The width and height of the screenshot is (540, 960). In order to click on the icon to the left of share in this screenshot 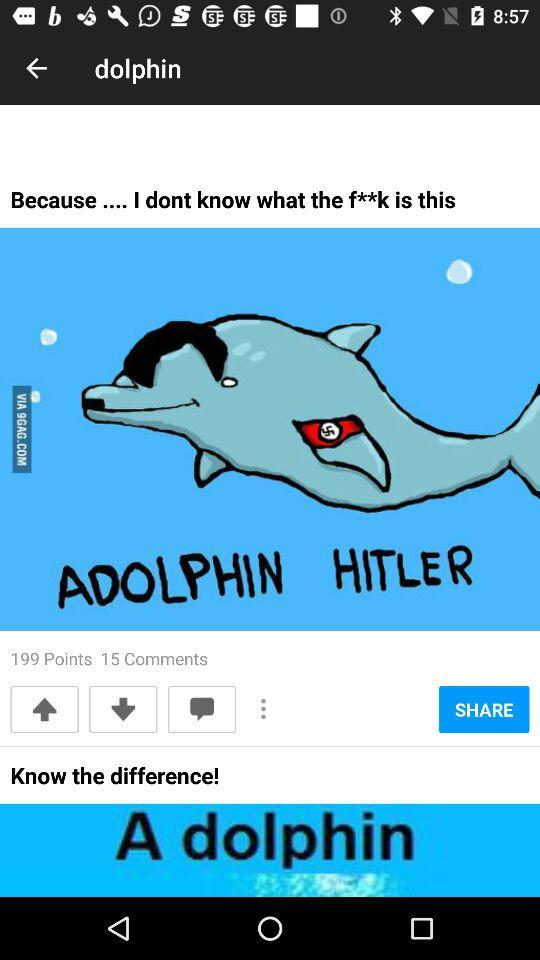, I will do `click(263, 709)`.